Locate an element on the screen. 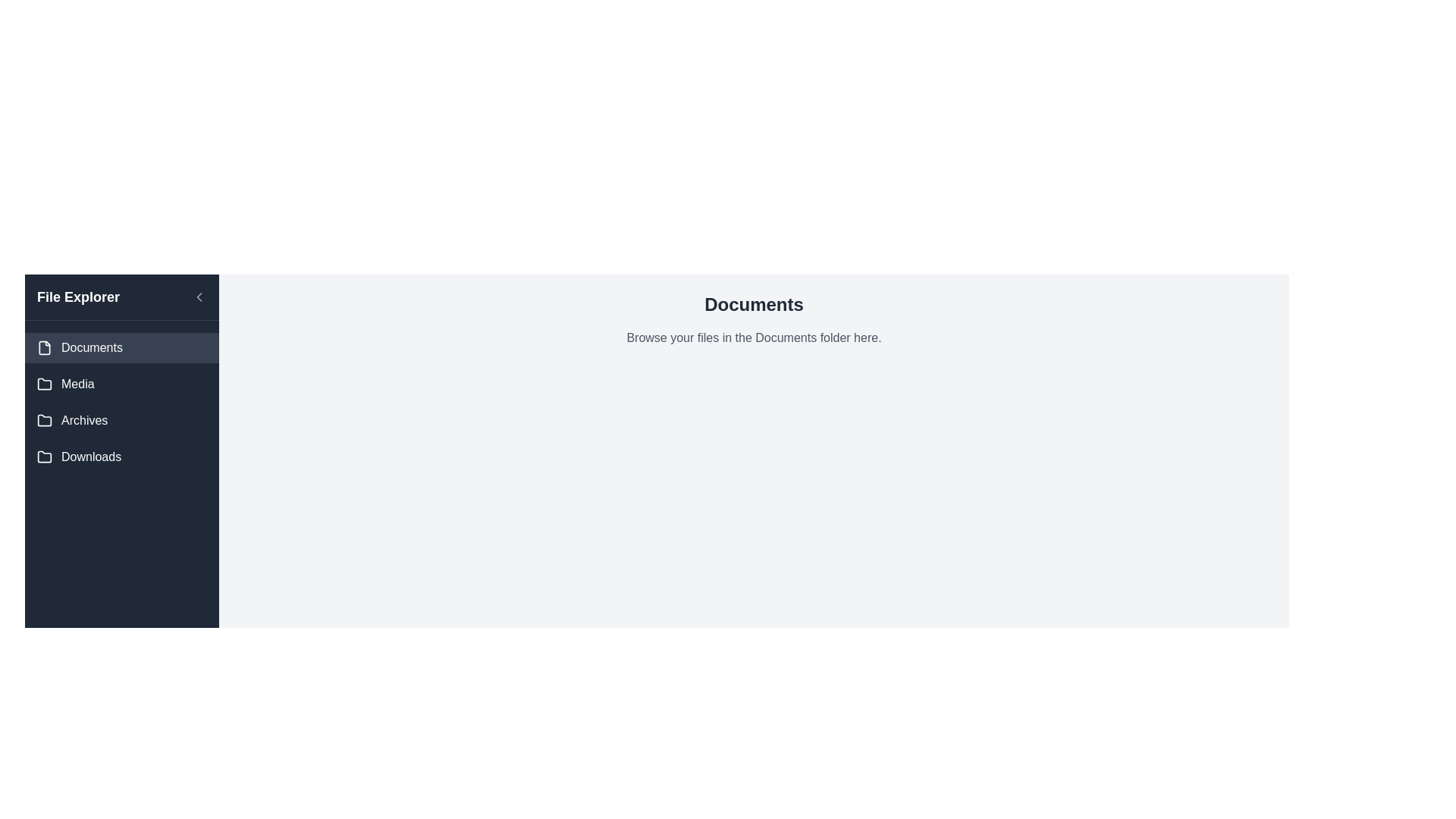 This screenshot has width=1456, height=819. the small grayish document icon located to the left of the 'Documents' label in the sidebar is located at coordinates (44, 348).